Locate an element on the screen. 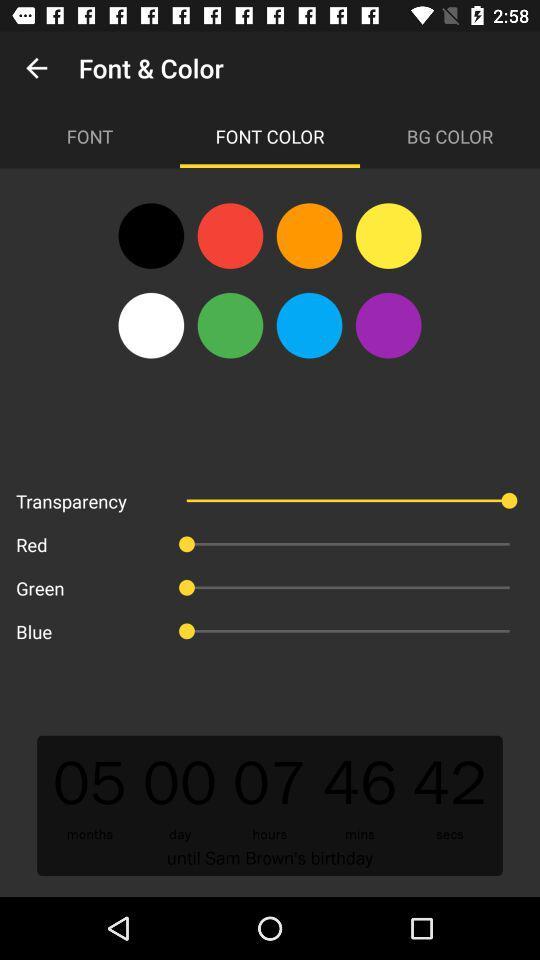 The width and height of the screenshot is (540, 960). item above the font item is located at coordinates (36, 68).